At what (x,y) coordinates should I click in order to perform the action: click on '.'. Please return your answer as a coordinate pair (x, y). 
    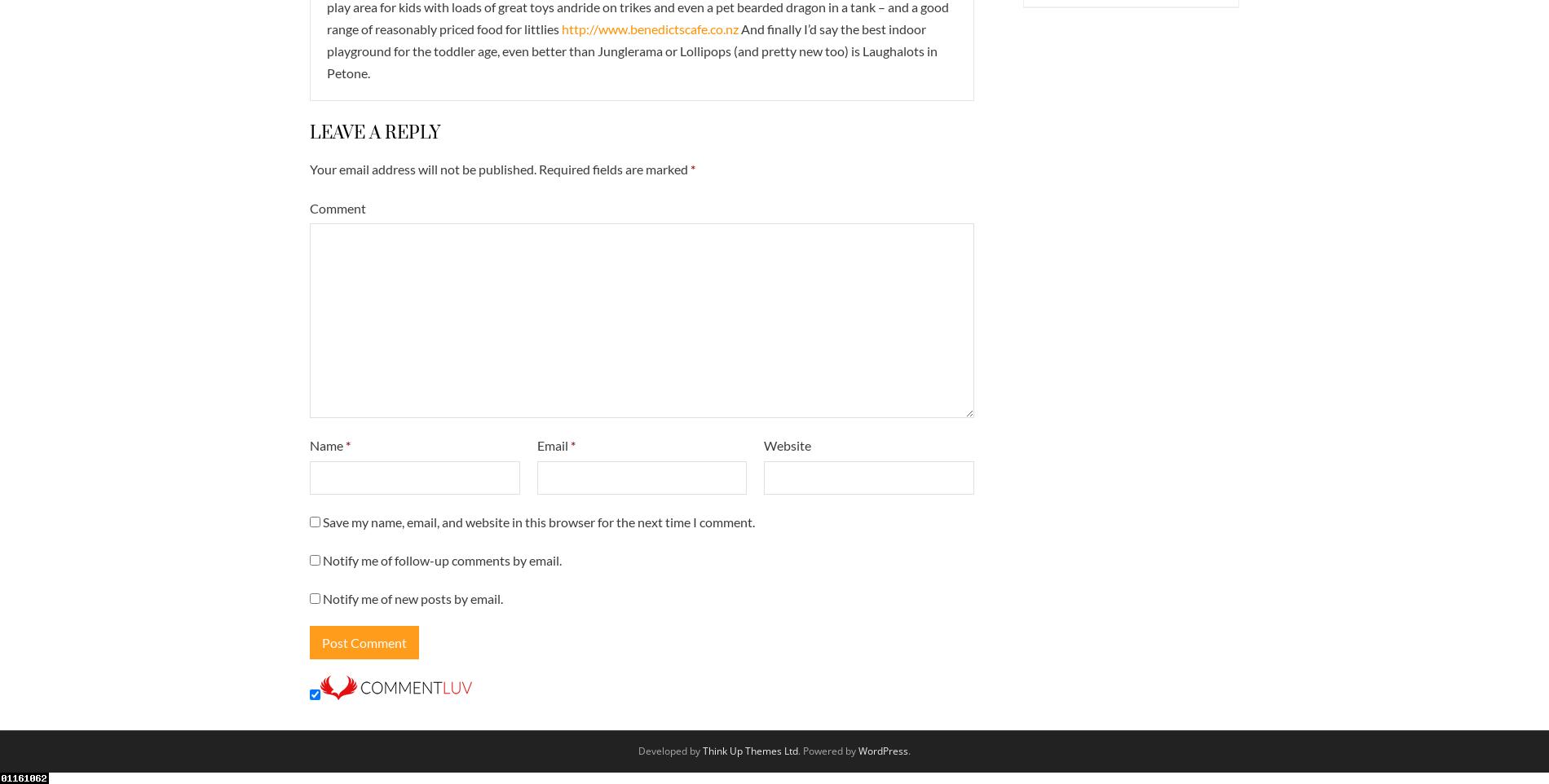
    Looking at the image, I should click on (909, 751).